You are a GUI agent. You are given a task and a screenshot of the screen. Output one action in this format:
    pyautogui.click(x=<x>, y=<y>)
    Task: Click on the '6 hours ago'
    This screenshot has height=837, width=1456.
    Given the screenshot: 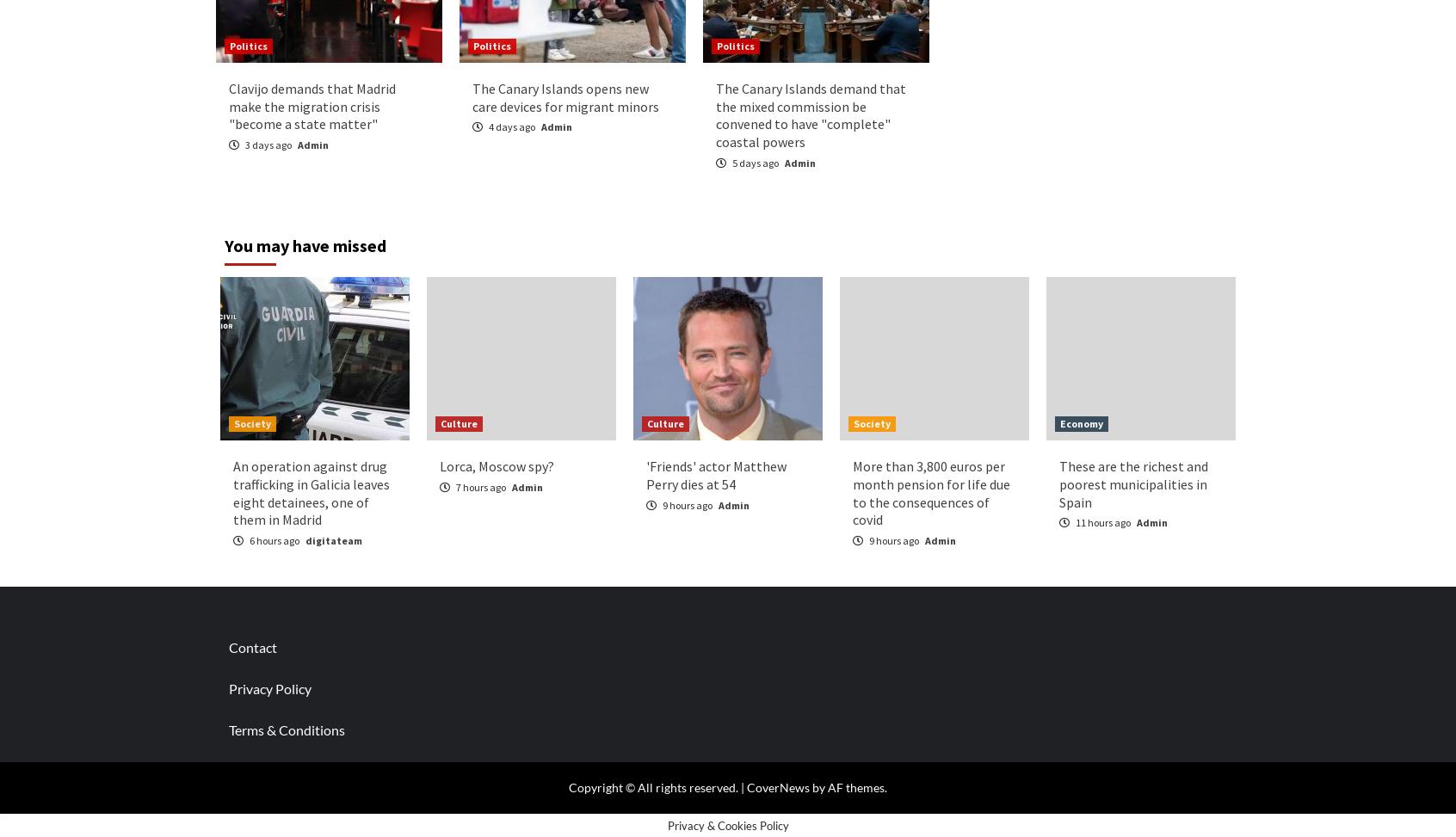 What is the action you would take?
    pyautogui.click(x=273, y=539)
    